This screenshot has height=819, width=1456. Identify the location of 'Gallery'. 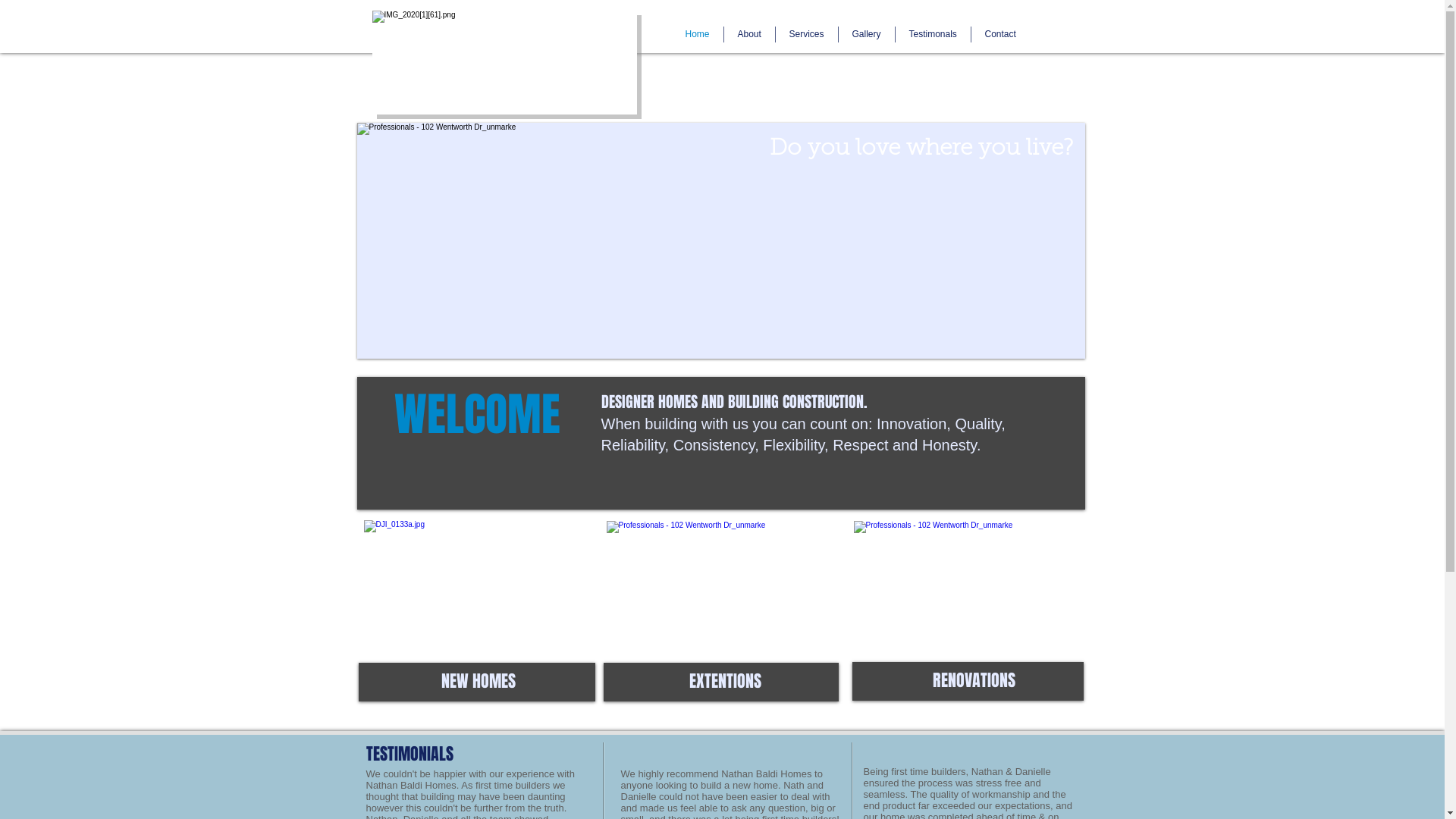
(866, 34).